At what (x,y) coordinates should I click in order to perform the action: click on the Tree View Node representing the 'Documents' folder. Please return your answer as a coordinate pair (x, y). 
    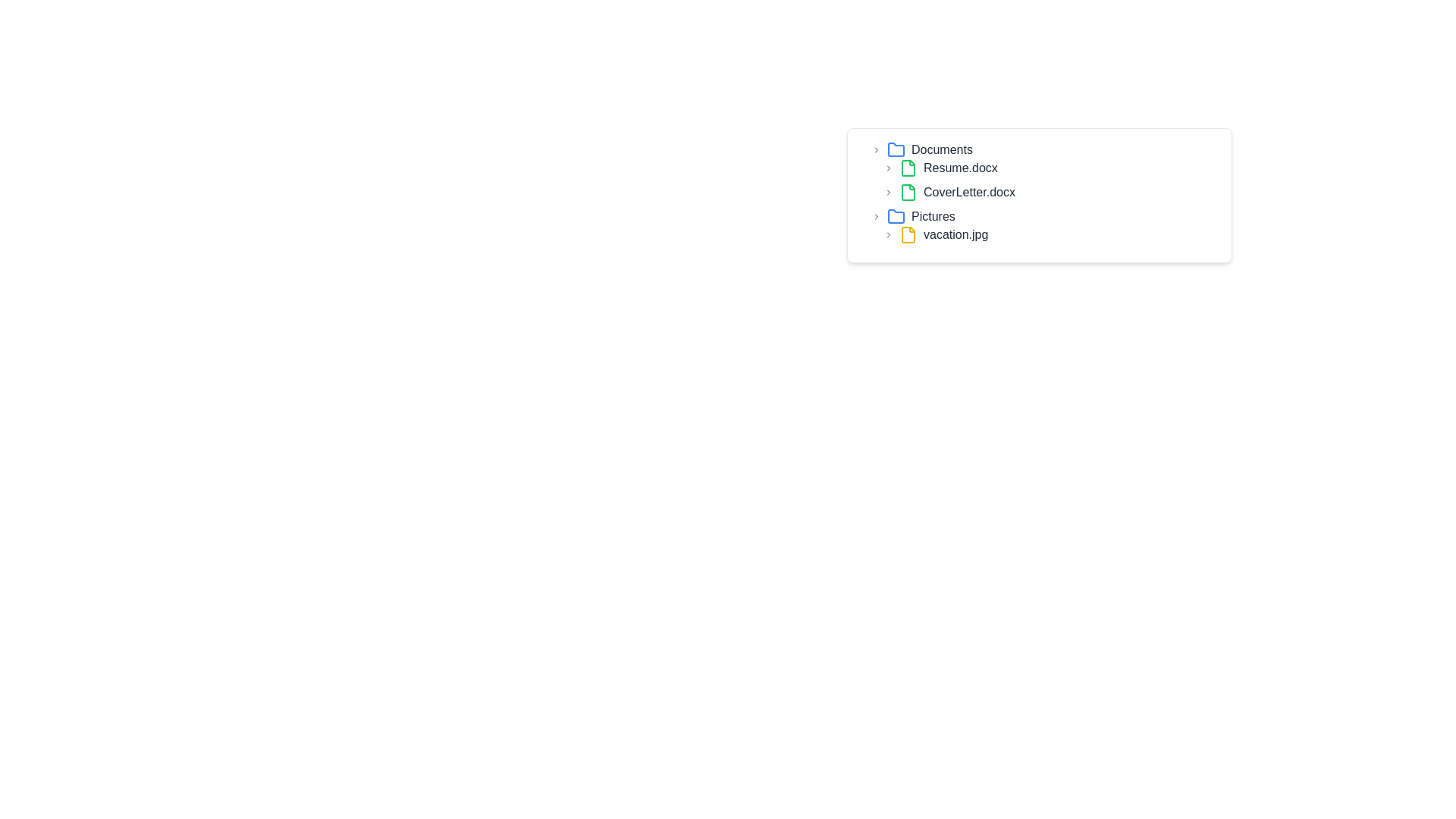
    Looking at the image, I should click on (1044, 171).